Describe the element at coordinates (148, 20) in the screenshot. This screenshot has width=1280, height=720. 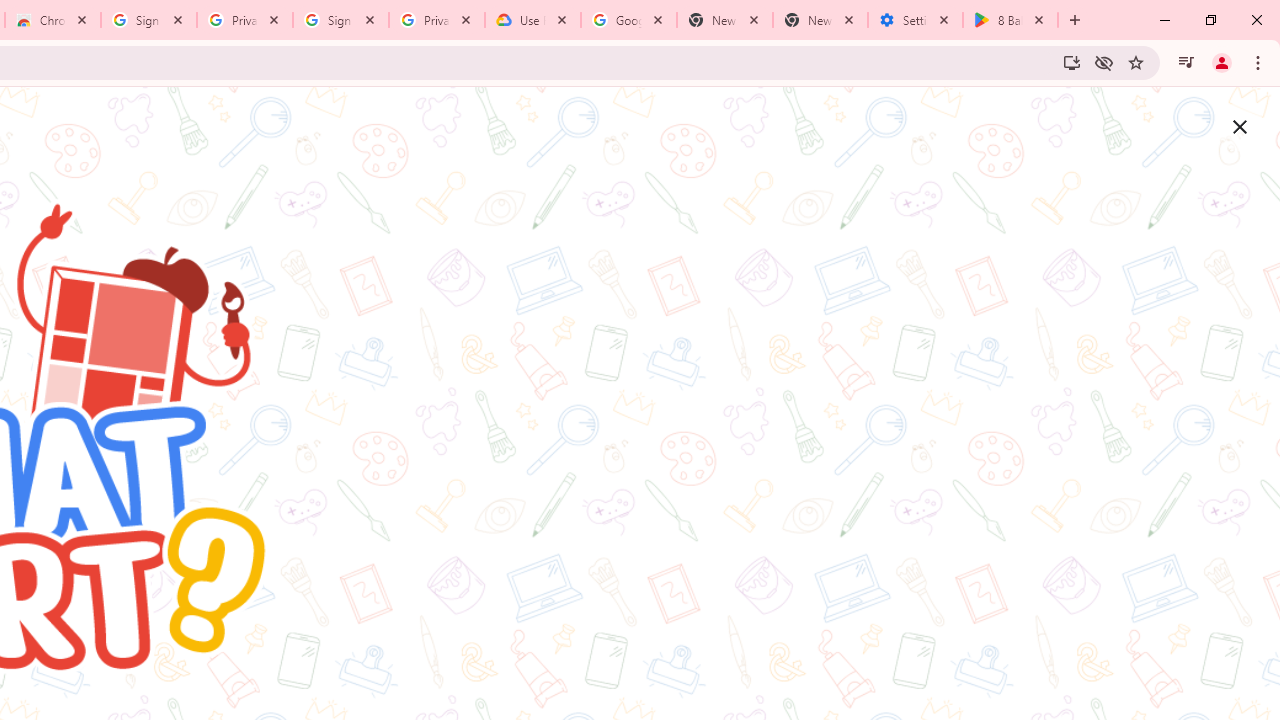
I see `'Sign in - Google Accounts'` at that location.